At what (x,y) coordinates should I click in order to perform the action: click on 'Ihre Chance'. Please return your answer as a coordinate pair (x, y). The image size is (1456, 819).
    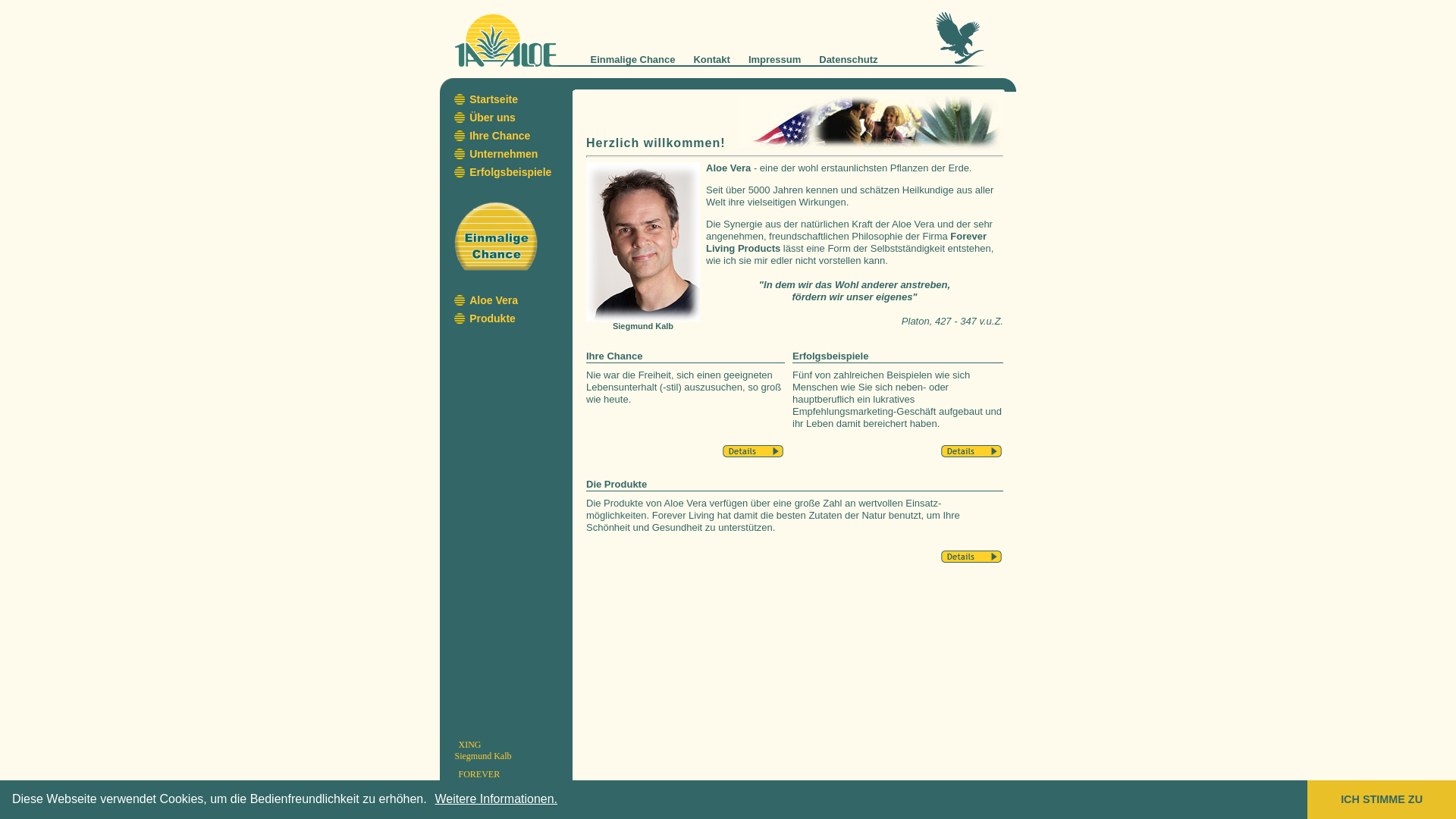
    Looking at the image, I should click on (499, 134).